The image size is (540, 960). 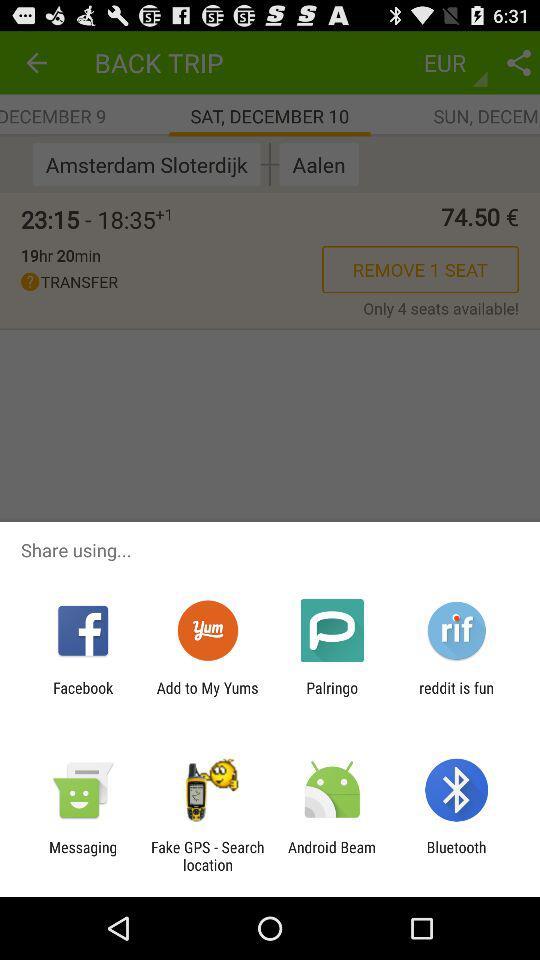 What do you see at coordinates (456, 696) in the screenshot?
I see `icon to the right of palringo icon` at bounding box center [456, 696].